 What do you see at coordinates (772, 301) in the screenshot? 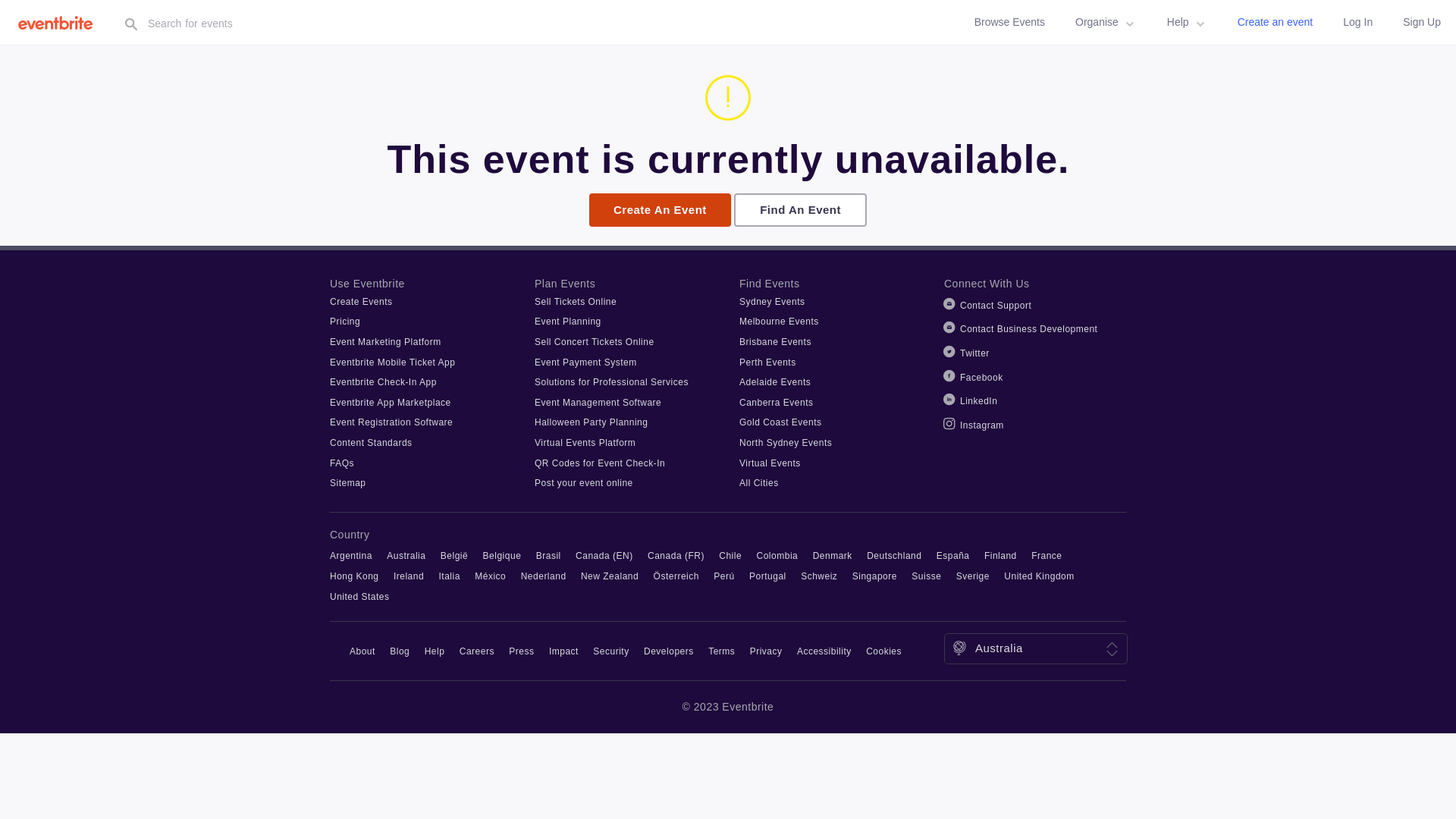
I see `'Sydney Events'` at bounding box center [772, 301].